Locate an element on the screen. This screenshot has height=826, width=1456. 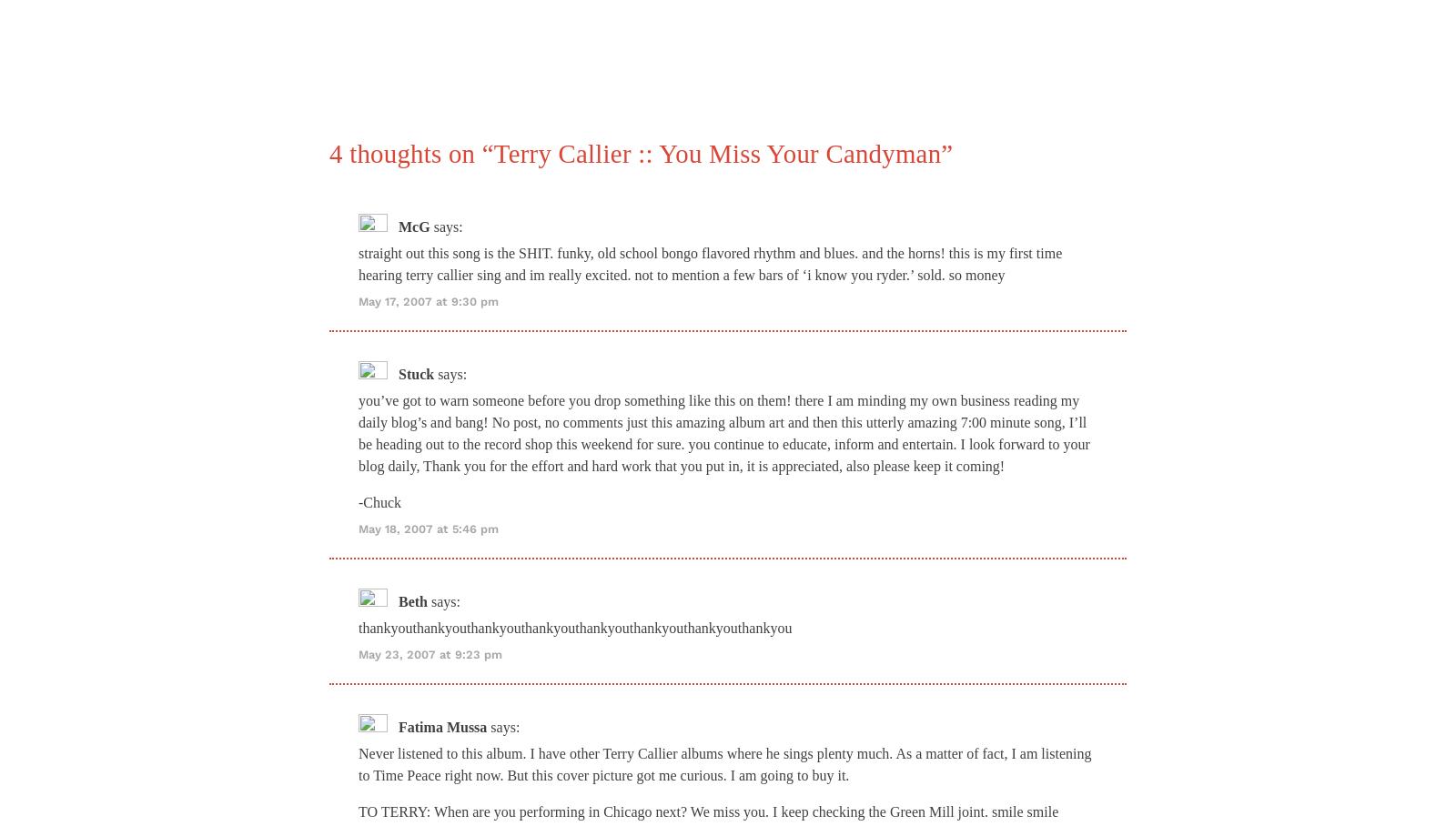
'Fatima Mussa' is located at coordinates (397, 726).